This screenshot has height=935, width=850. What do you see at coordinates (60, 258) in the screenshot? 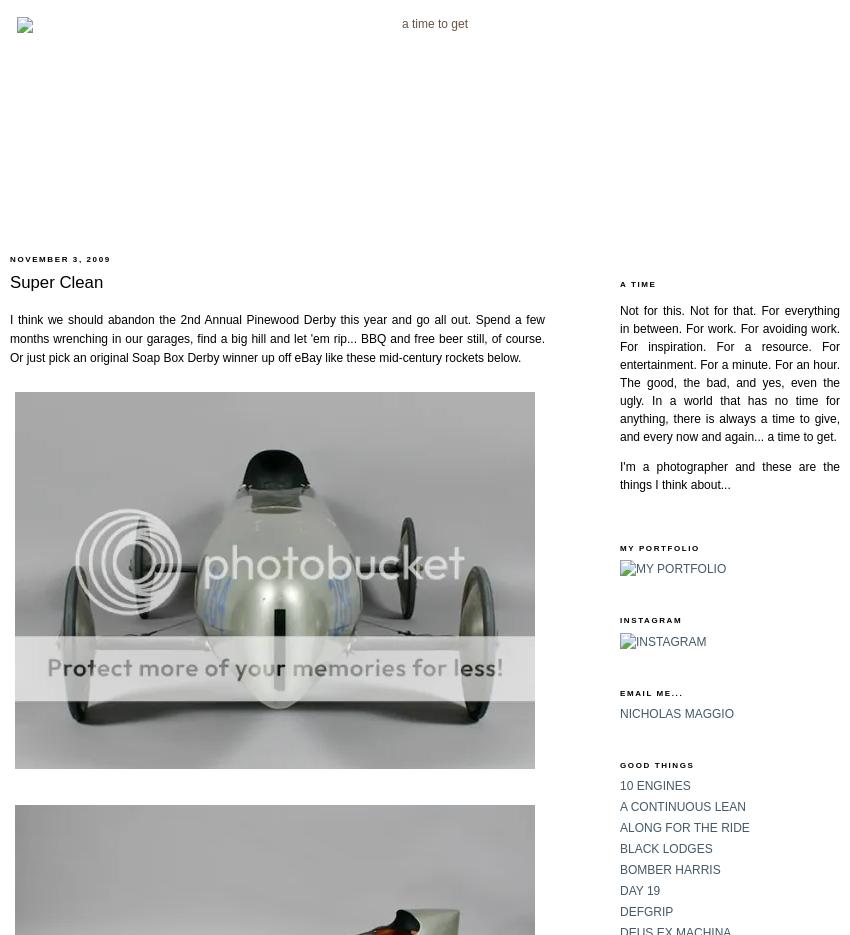
I see `'November 3, 2009'` at bounding box center [60, 258].